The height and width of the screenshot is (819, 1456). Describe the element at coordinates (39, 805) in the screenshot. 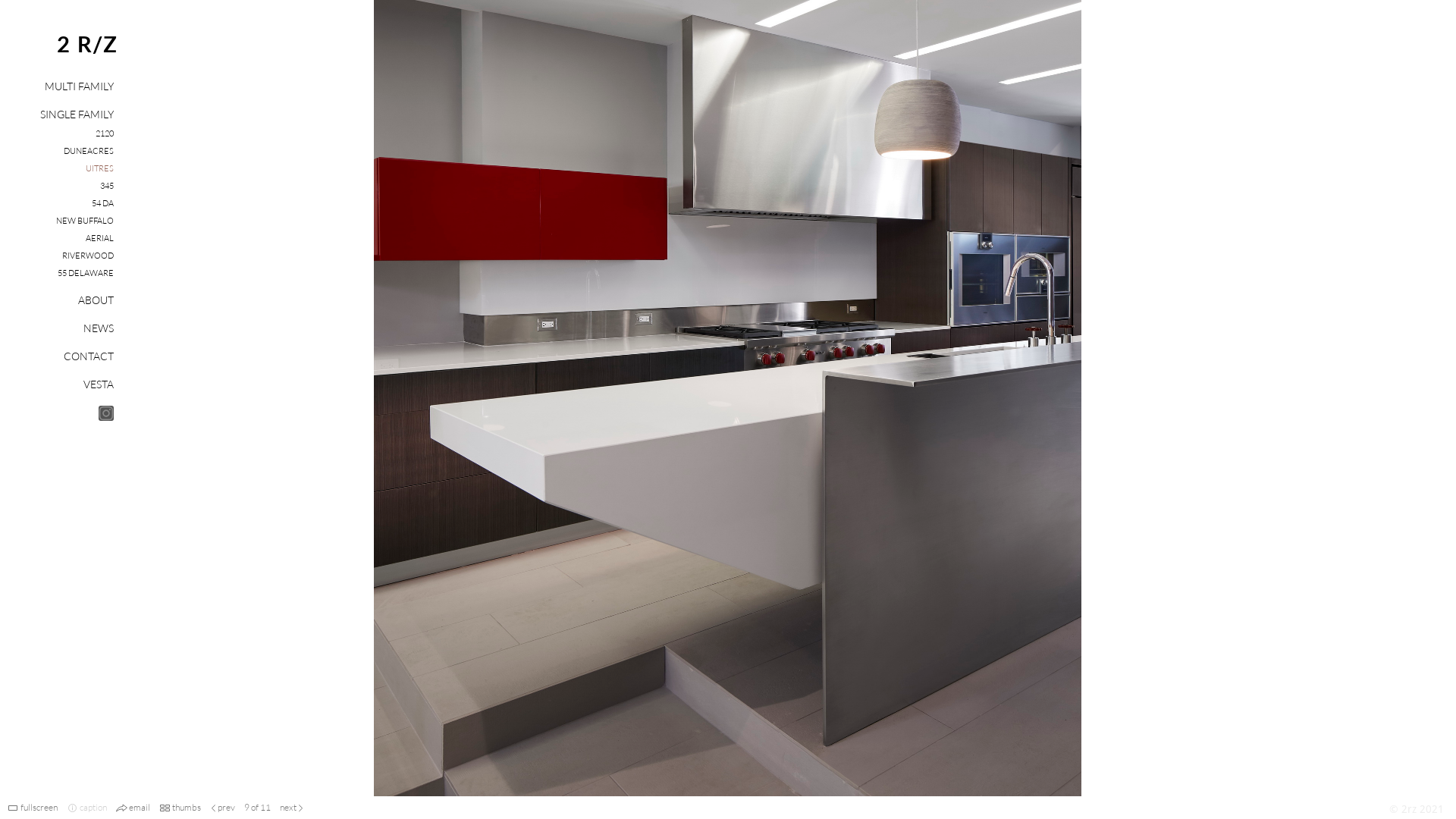

I see `'fullscreen'` at that location.